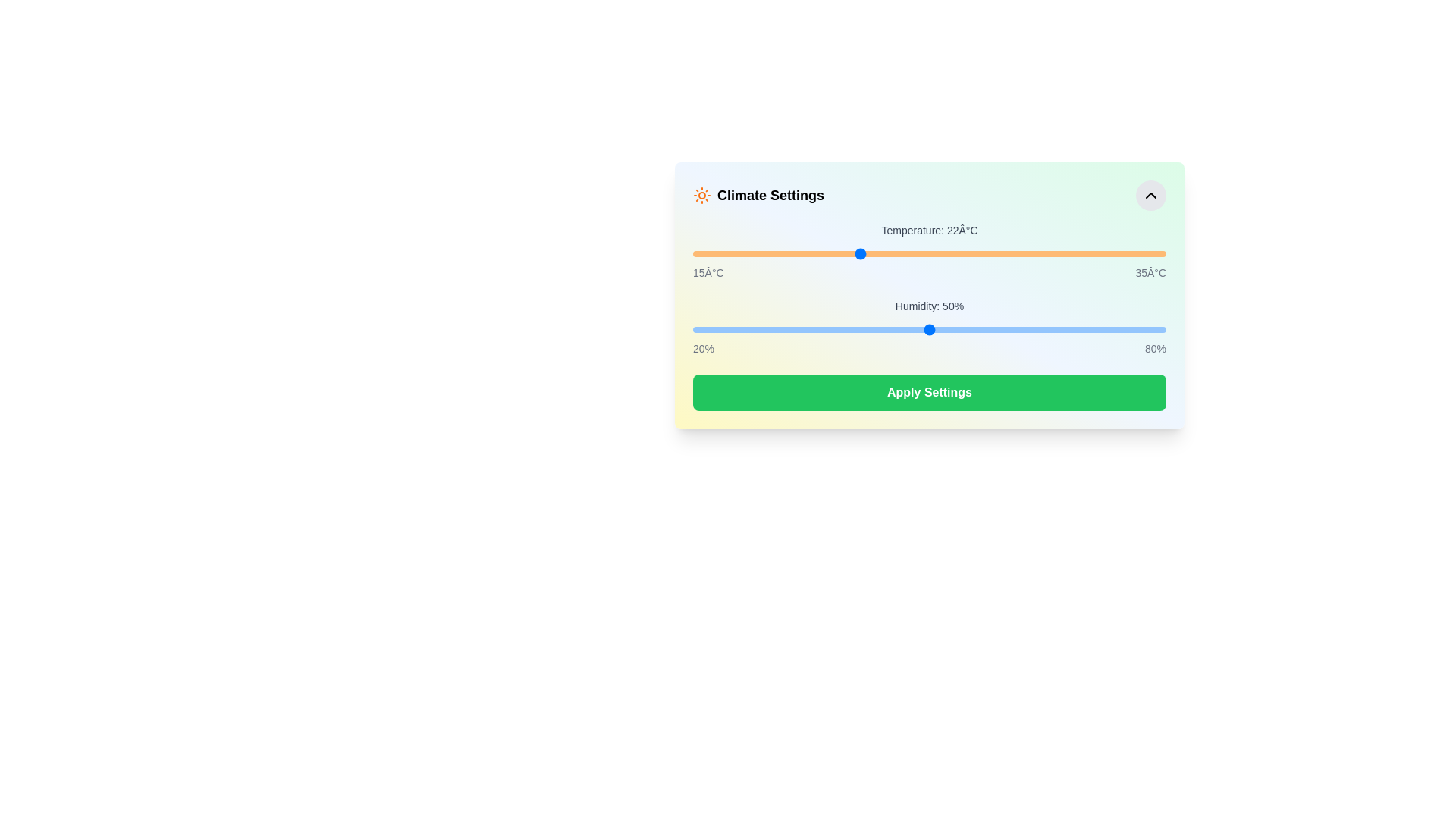 The width and height of the screenshot is (1456, 819). What do you see at coordinates (701, 195) in the screenshot?
I see `the sun icon representing climate controls, which is located to the left of the 'Climate Settings' label` at bounding box center [701, 195].